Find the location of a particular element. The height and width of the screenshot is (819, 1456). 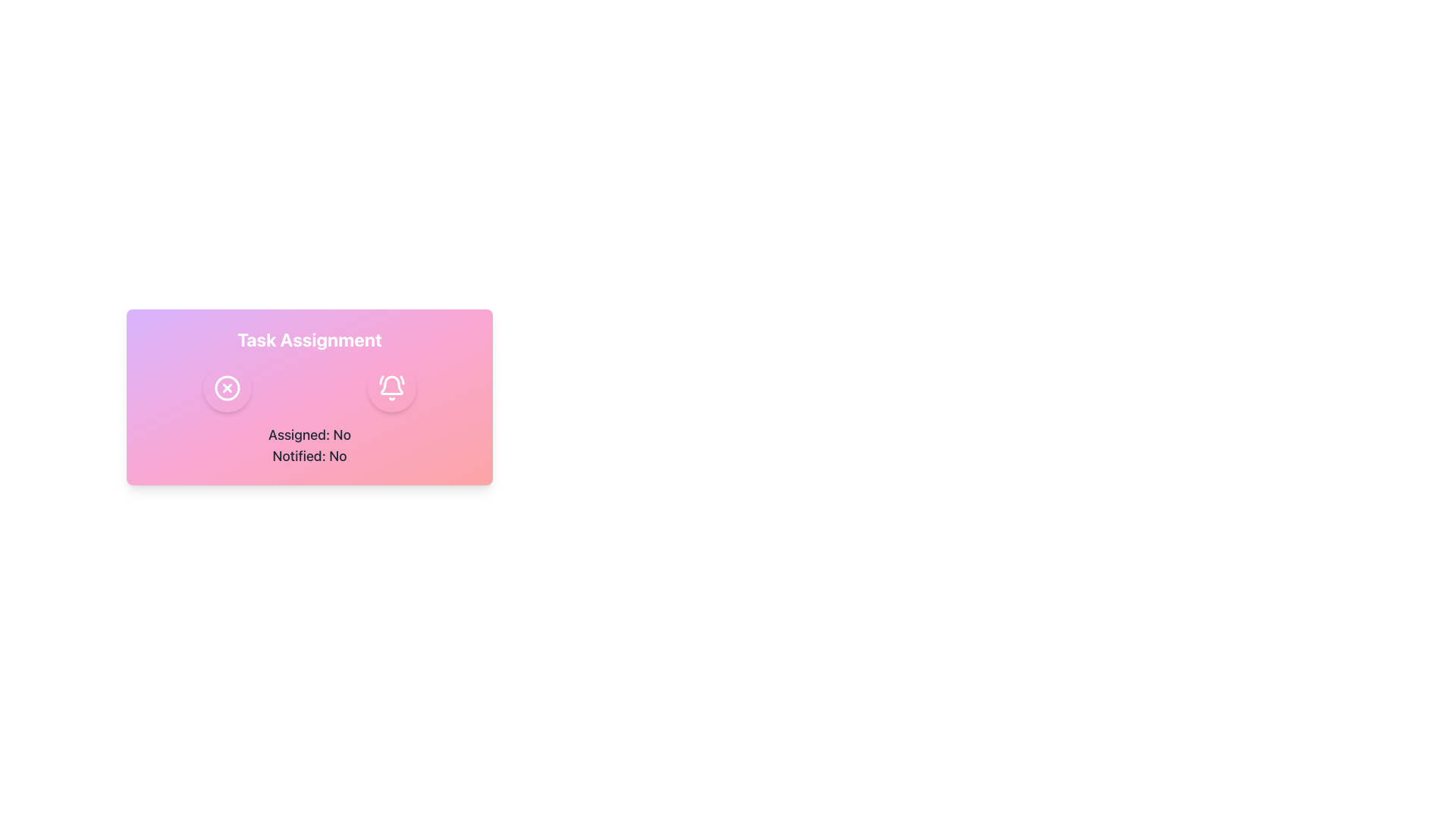

the notification toggle button, which is the second button from the left in the bottom-right of the pink 'Task Assignment' card is located at coordinates (392, 388).